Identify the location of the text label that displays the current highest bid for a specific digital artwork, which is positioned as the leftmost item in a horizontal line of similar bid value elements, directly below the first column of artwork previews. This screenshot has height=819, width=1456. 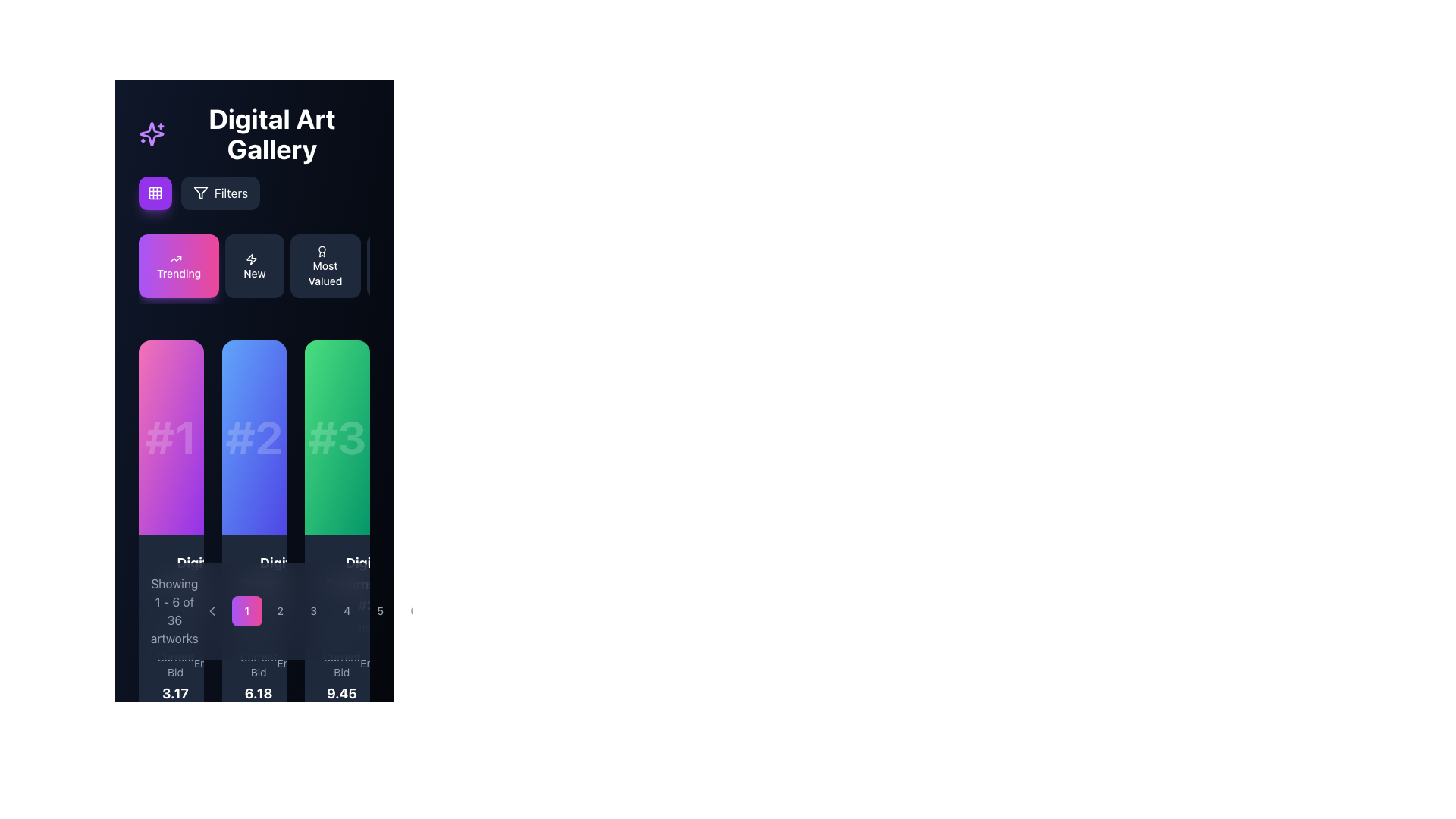
(175, 687).